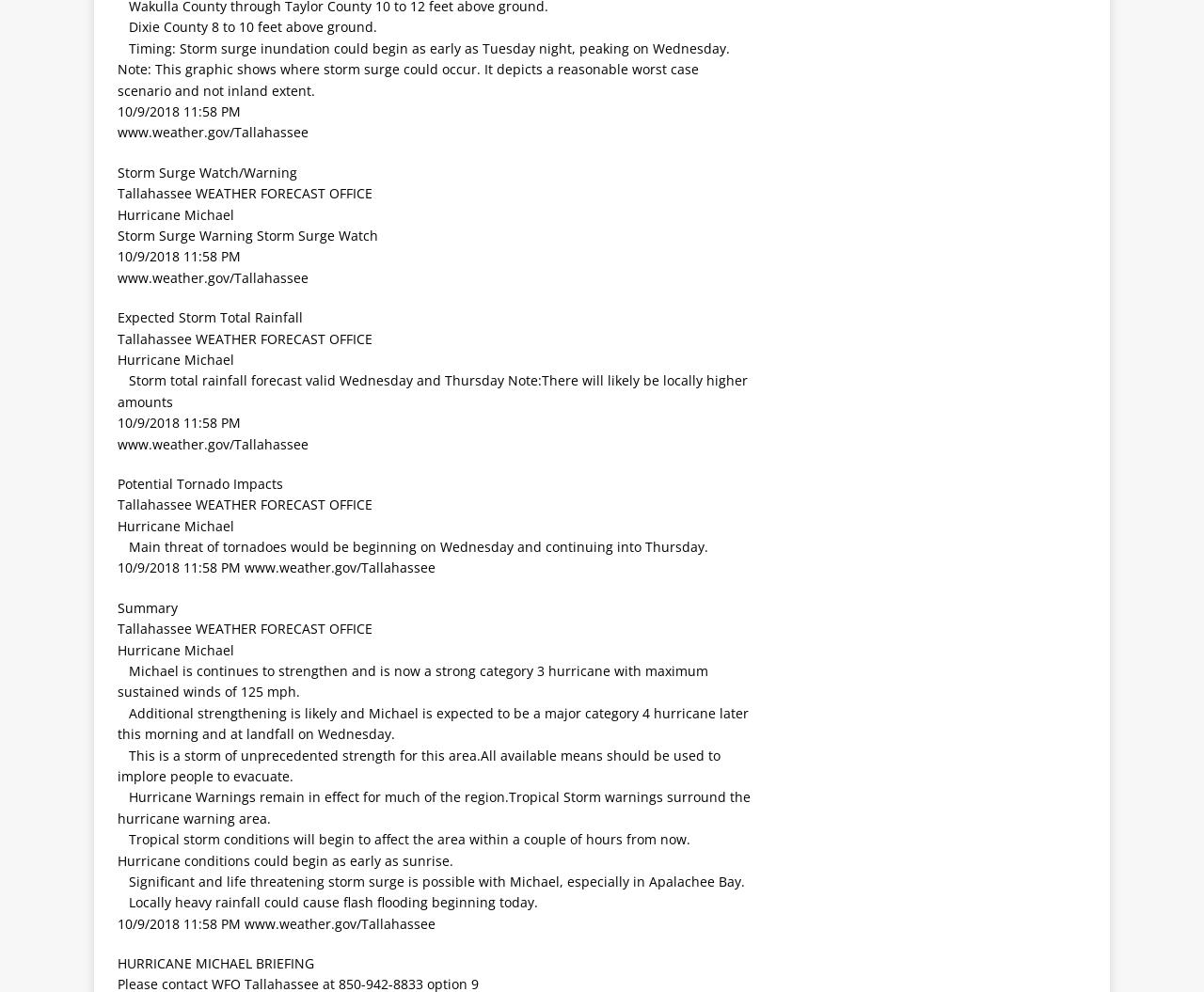 This screenshot has height=992, width=1204. I want to click on ' Storm total rainfall forecast valid Wednesday and Thursday Note:There will likely be locally higher amounts', so click(432, 389).